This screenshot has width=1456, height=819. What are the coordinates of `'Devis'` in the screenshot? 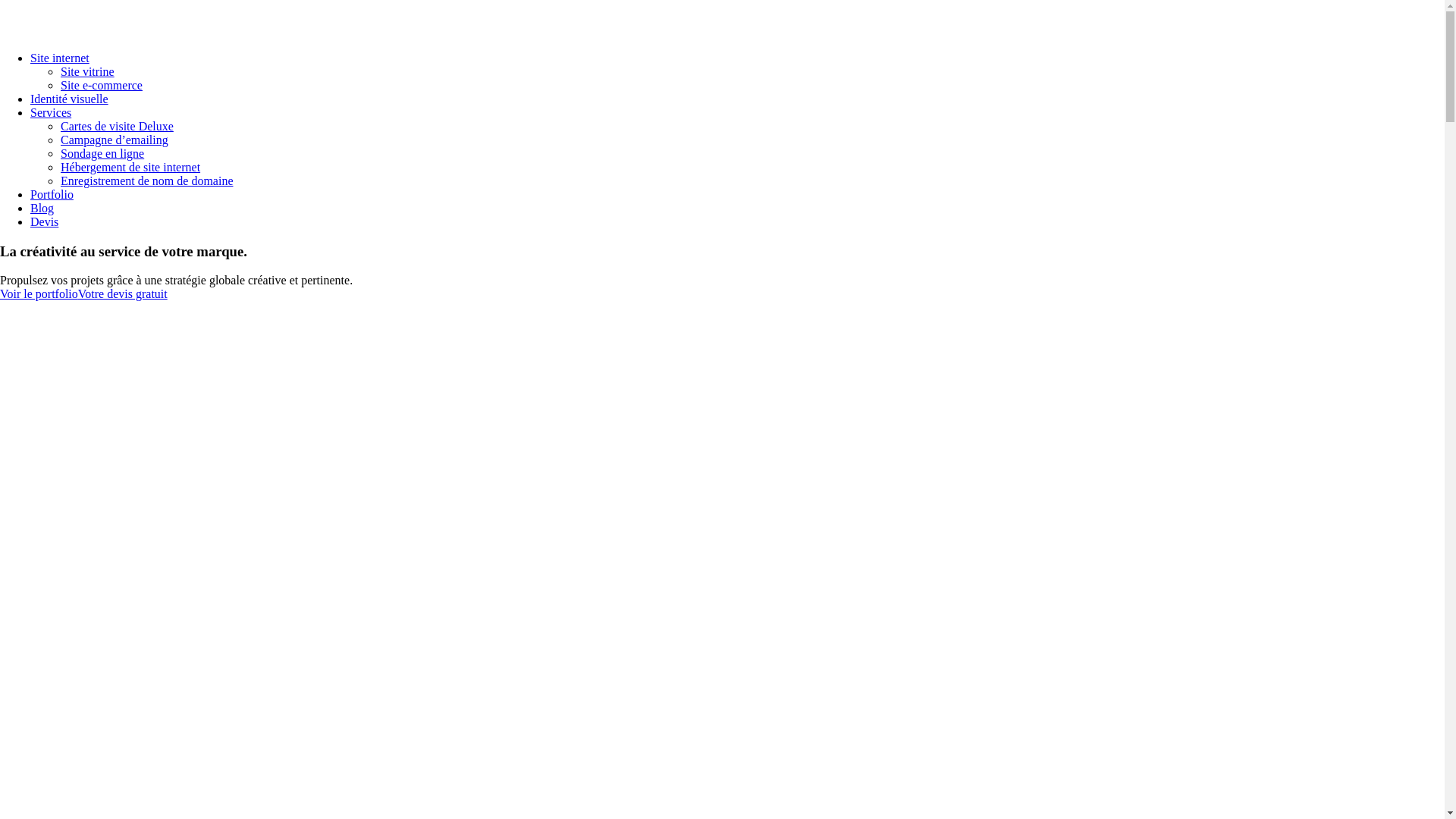 It's located at (44, 221).